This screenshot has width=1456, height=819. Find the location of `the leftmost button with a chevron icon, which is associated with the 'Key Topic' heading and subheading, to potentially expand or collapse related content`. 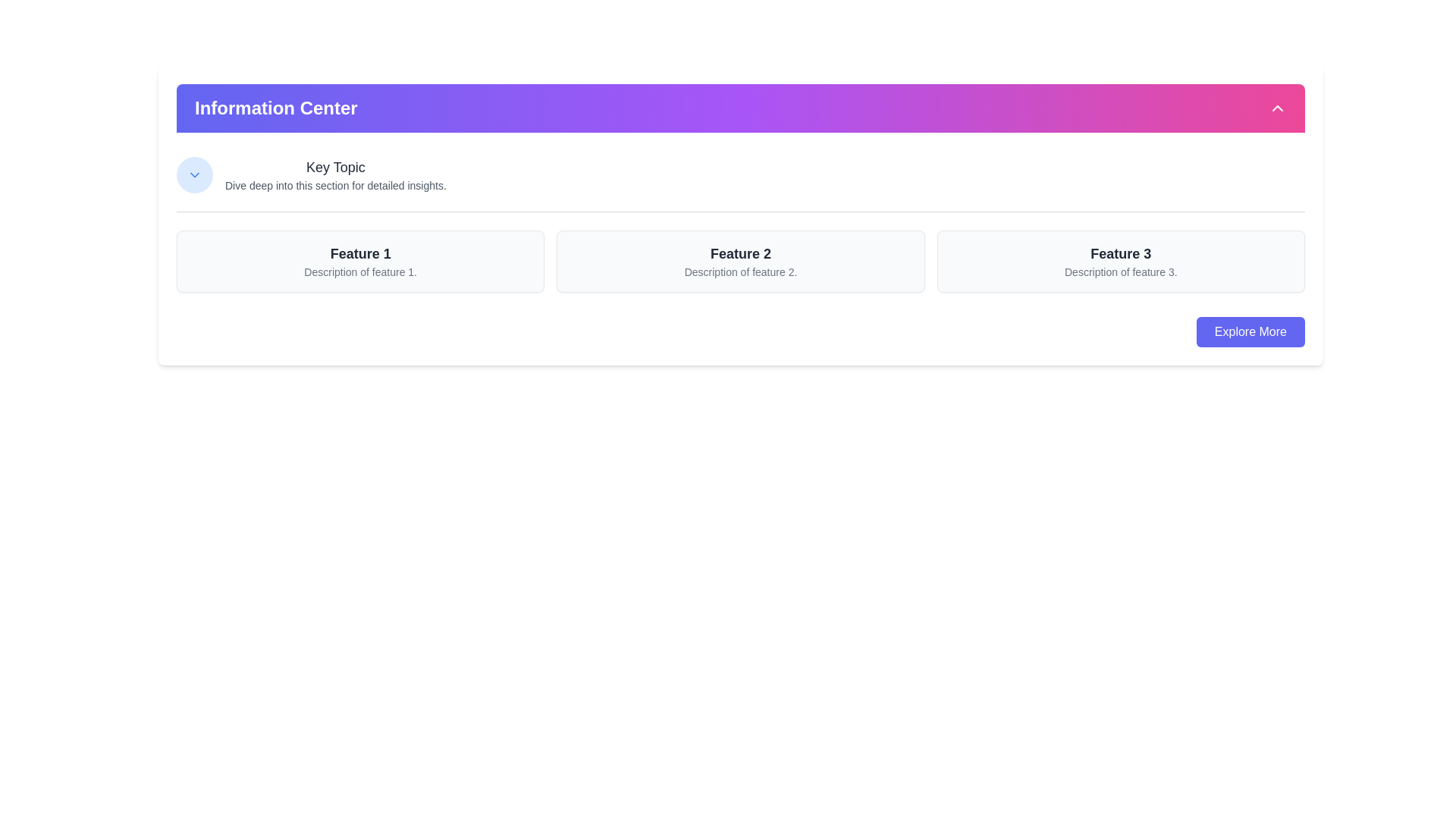

the leftmost button with a chevron icon, which is associated with the 'Key Topic' heading and subheading, to potentially expand or collapse related content is located at coordinates (194, 174).